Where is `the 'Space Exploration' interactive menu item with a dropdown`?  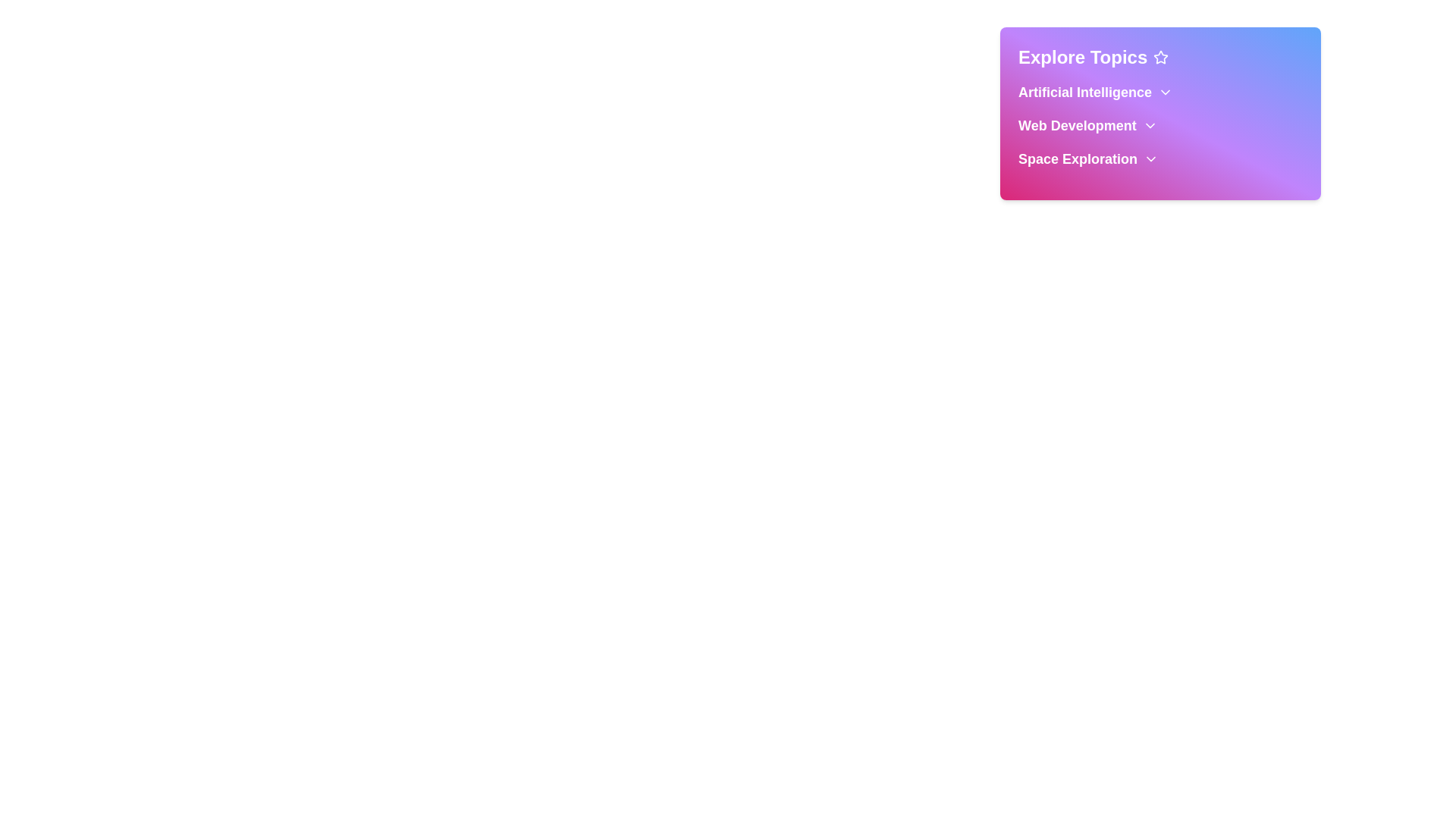 the 'Space Exploration' interactive menu item with a dropdown is located at coordinates (1159, 158).